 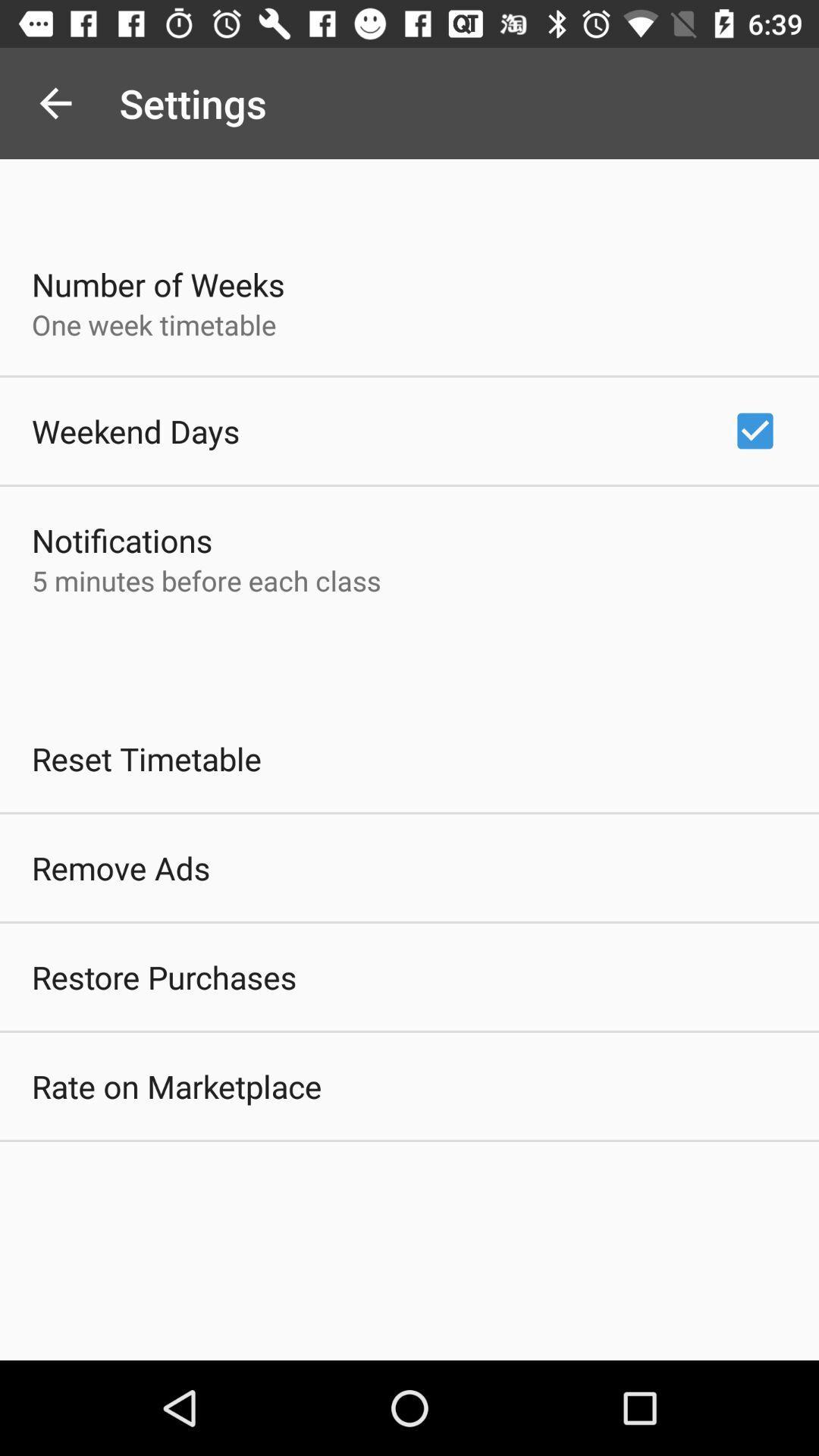 What do you see at coordinates (755, 430) in the screenshot?
I see `checkbox at the top right corner` at bounding box center [755, 430].